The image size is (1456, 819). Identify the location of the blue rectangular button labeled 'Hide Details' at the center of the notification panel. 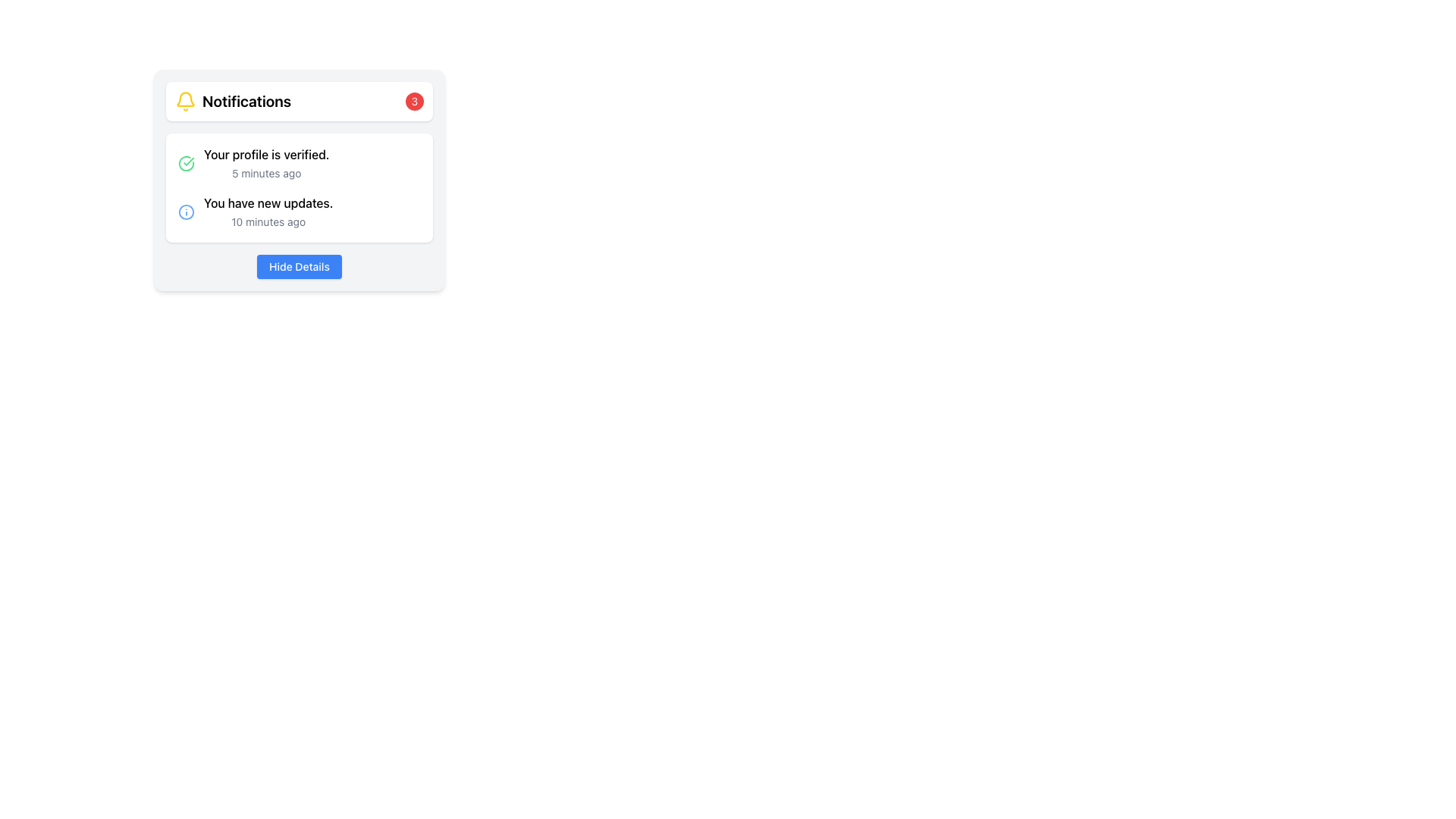
(299, 265).